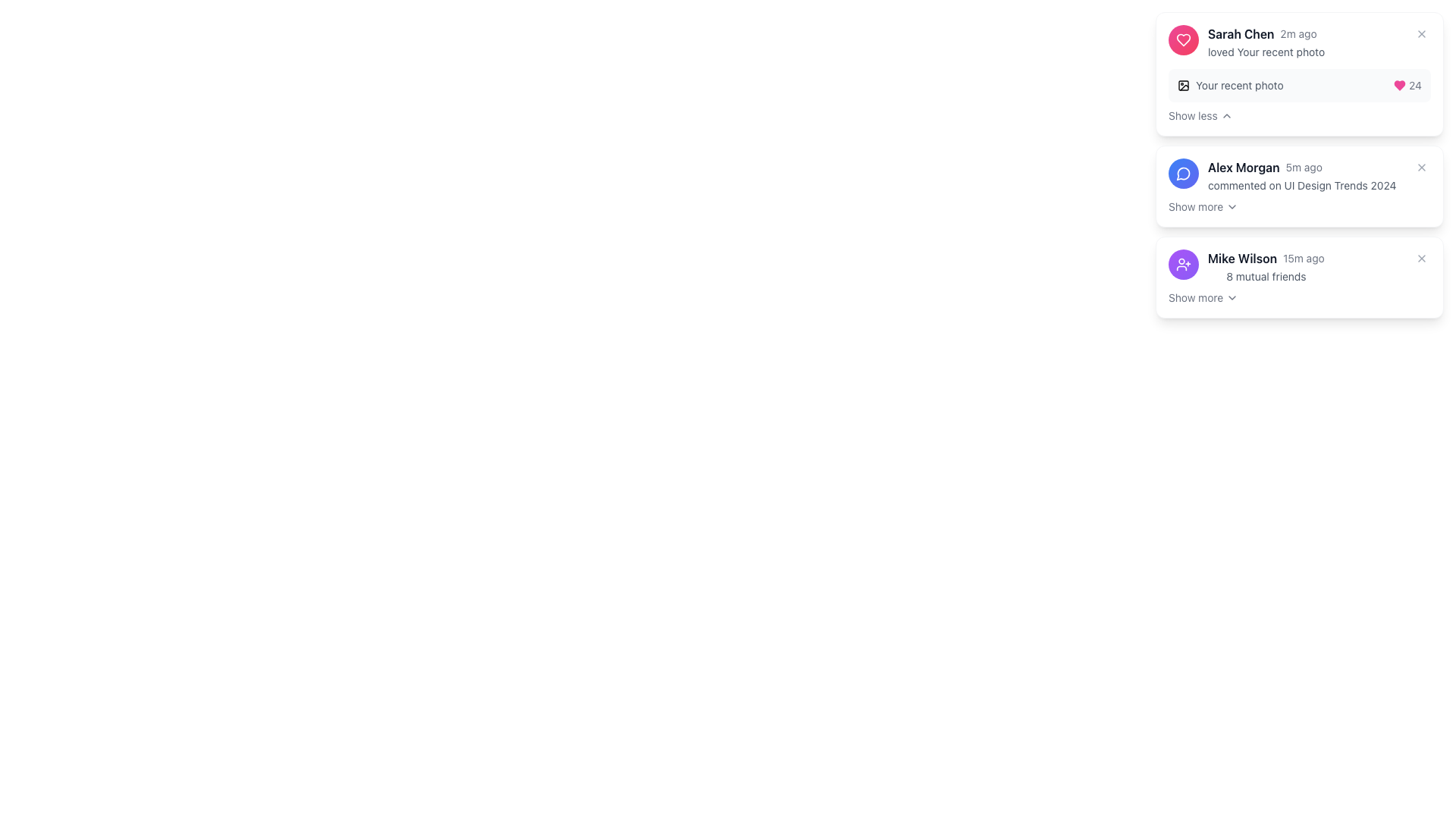 The image size is (1456, 819). Describe the element at coordinates (1407, 85) in the screenshot. I see `the icon with the numerical text indicator that shows the likes for 'Your recent photo' in the top notification card of the right sidebar to get more details` at that location.